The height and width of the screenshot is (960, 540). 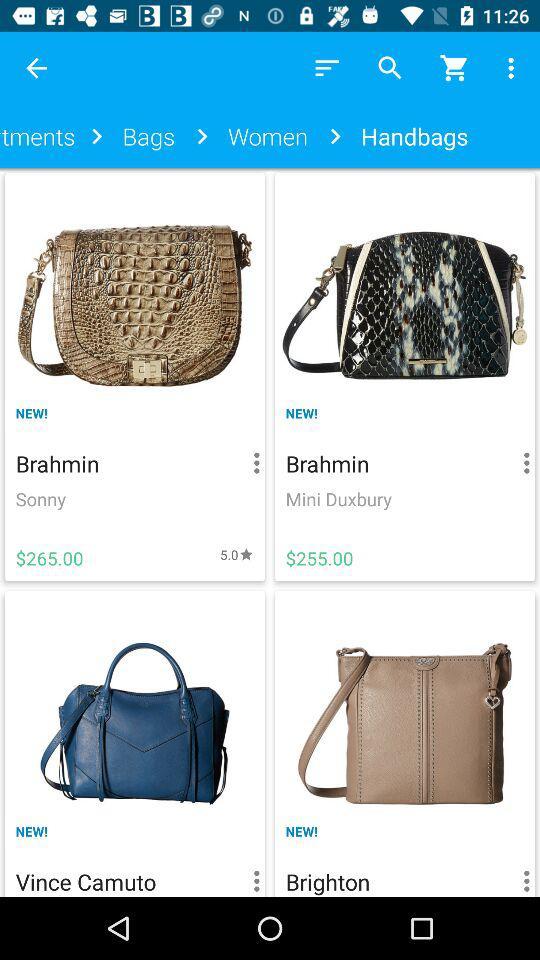 I want to click on trolly icon, so click(x=455, y=67).